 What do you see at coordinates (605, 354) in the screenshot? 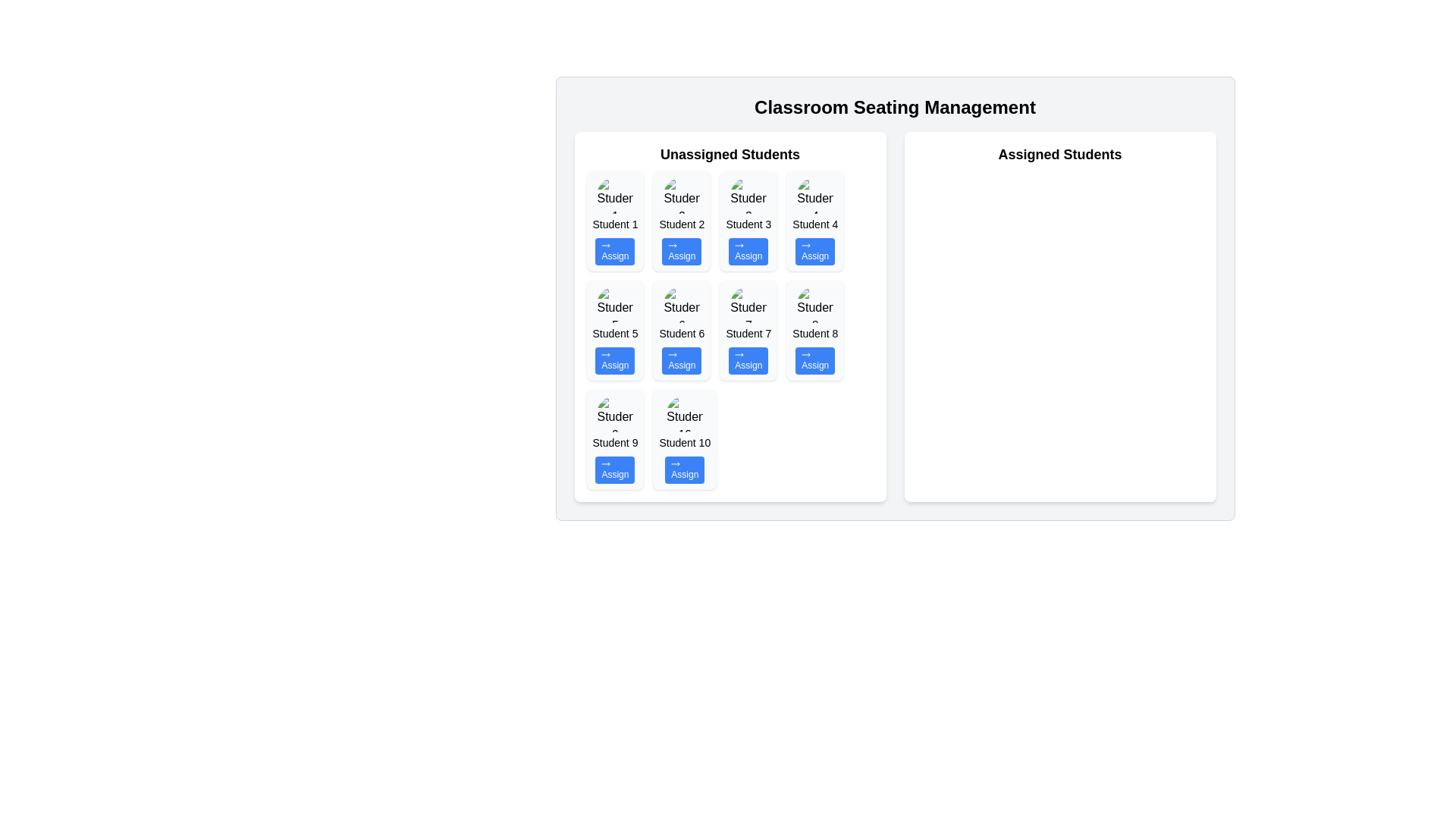
I see `the blue 'Assign' button that contains the right-pointing arrow icon, which is positioned to the left of the text 'Assign'` at bounding box center [605, 354].